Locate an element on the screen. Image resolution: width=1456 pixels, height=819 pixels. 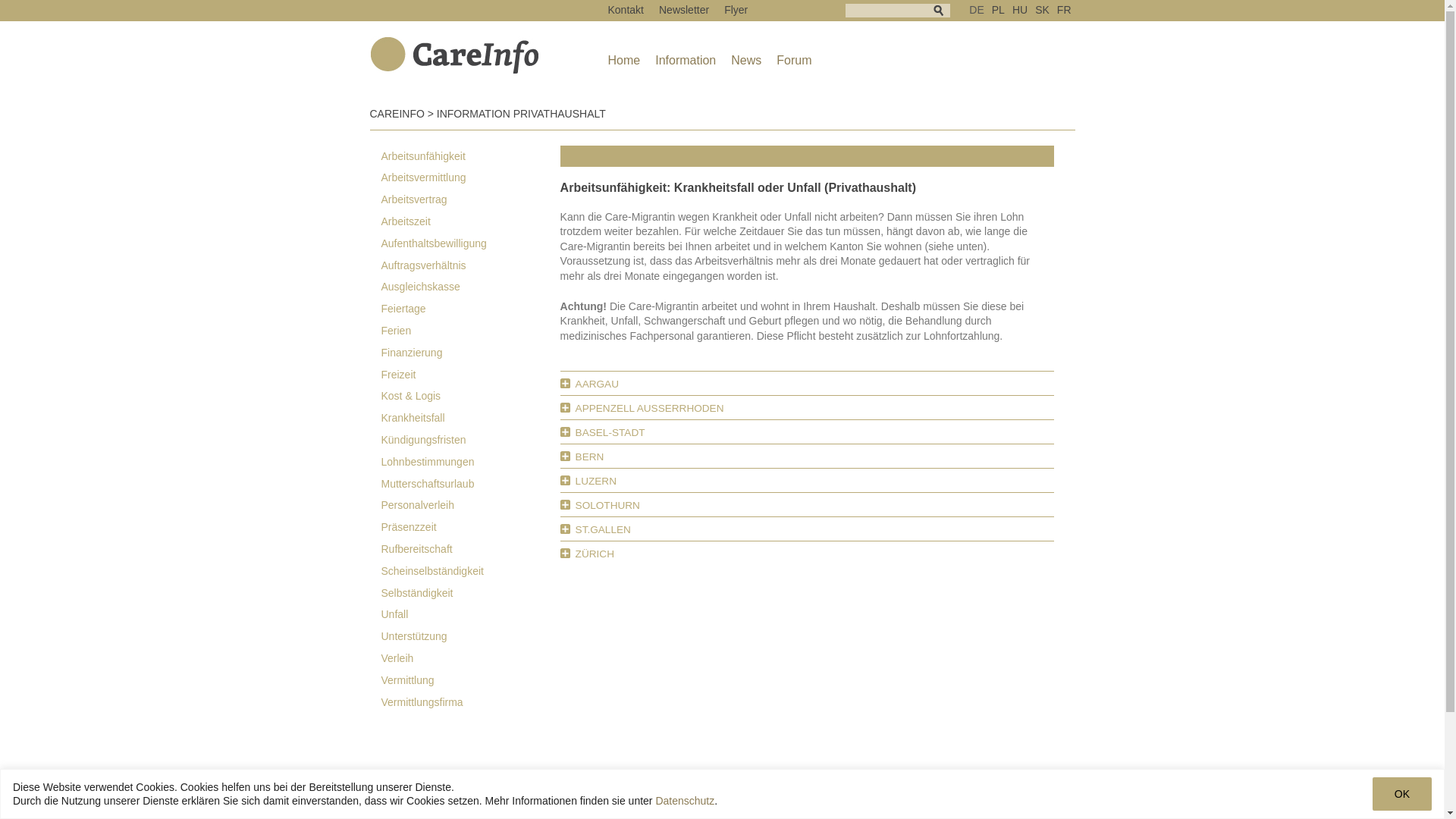
'Kontakt' is located at coordinates (626, 9).